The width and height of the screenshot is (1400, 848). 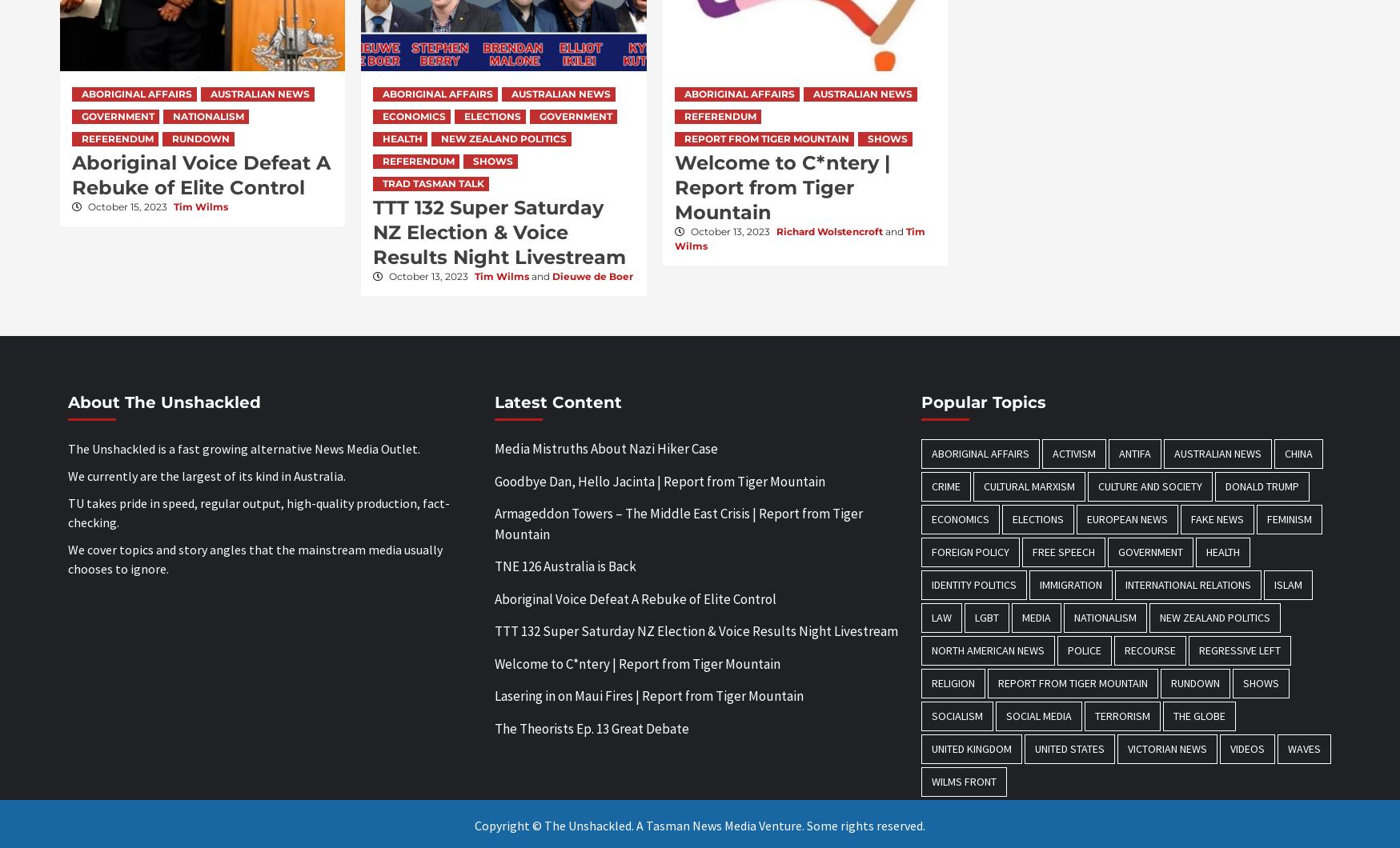 What do you see at coordinates (1038, 715) in the screenshot?
I see `'Social Media'` at bounding box center [1038, 715].